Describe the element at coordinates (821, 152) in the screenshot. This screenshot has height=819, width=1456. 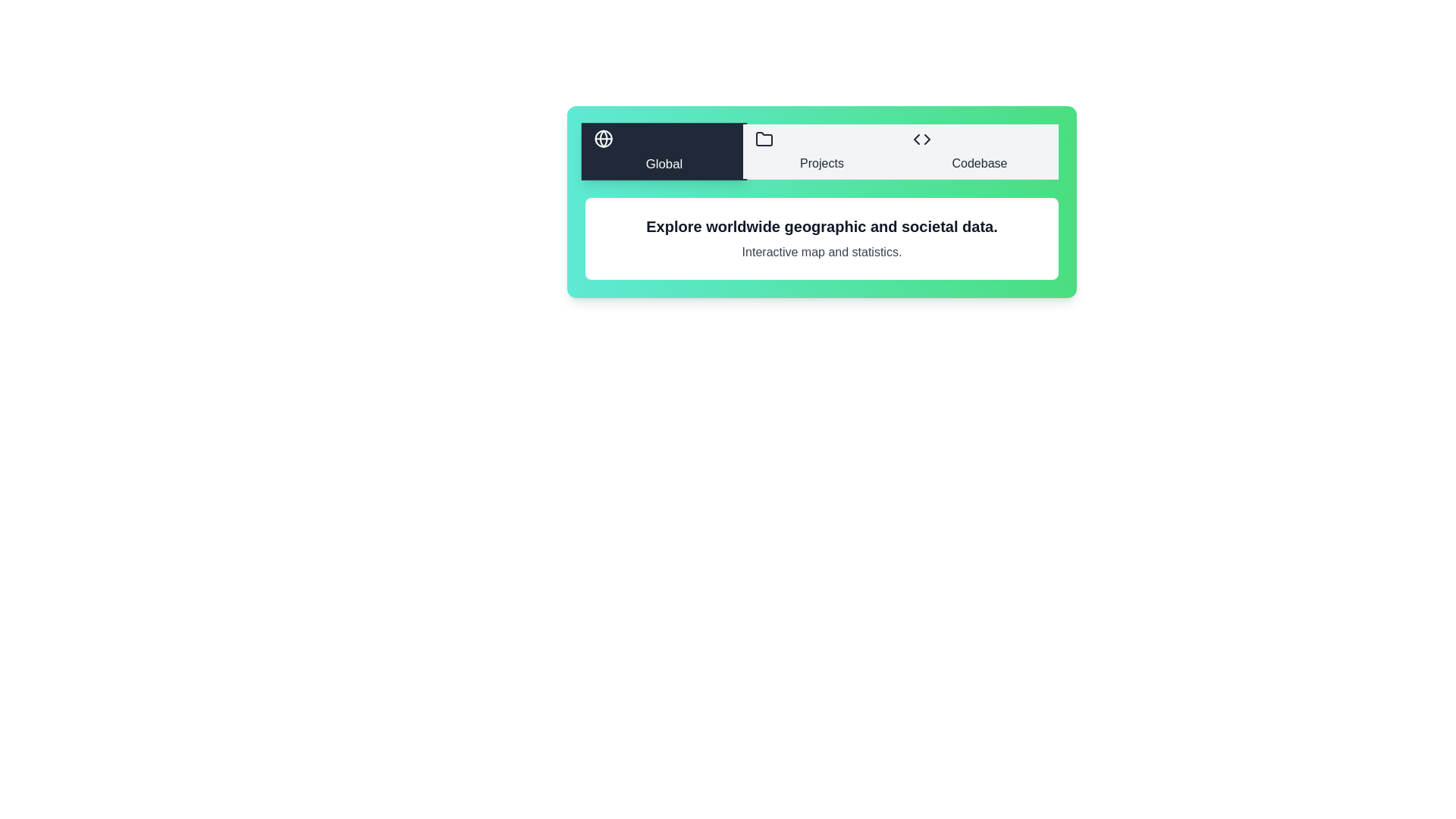
I see `the Projects tab` at that location.